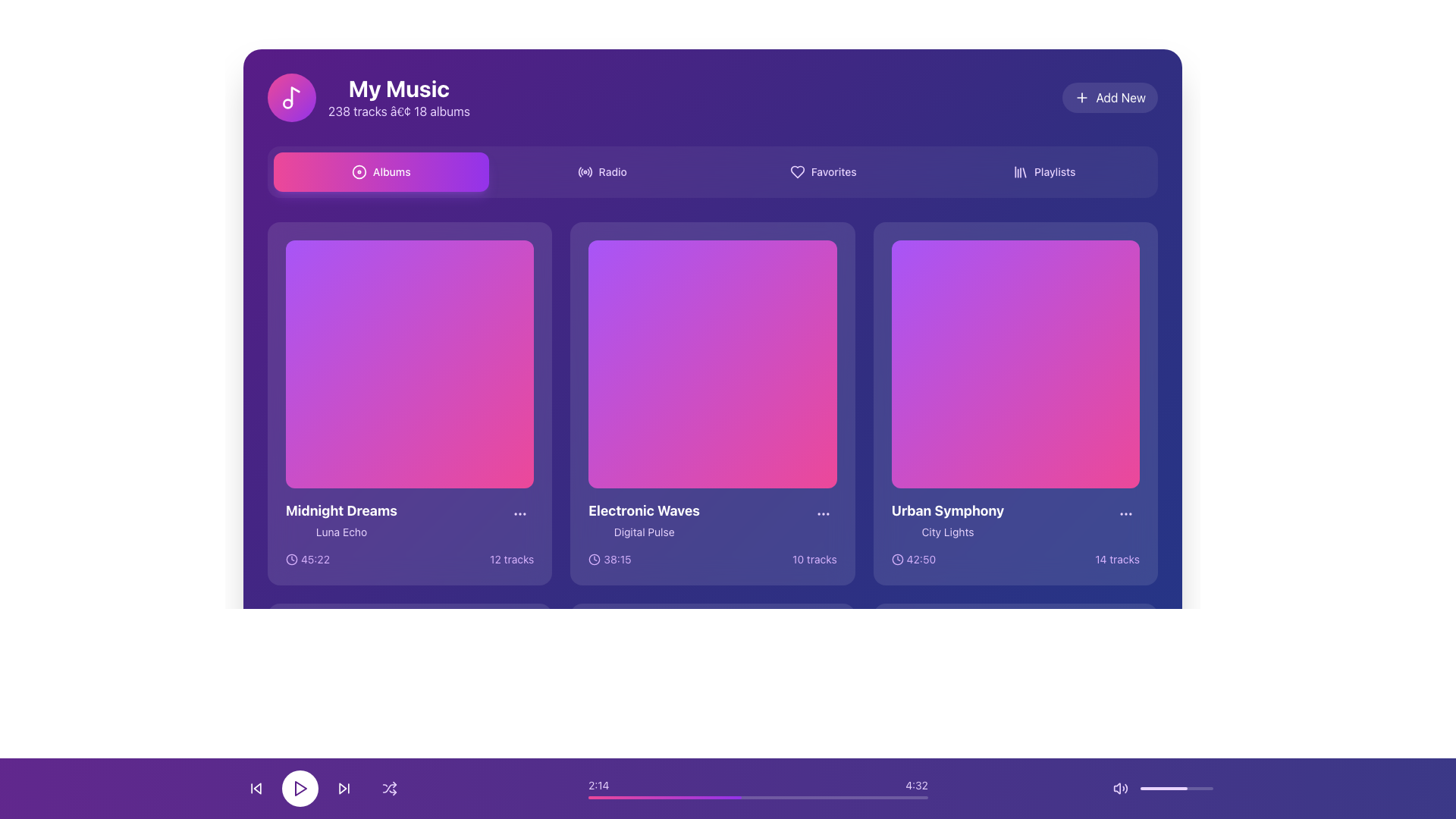 This screenshot has width=1456, height=819. Describe the element at coordinates (322, 788) in the screenshot. I see `the play/pause button located at the bottom-center of the interface to play or pause the media content` at that location.